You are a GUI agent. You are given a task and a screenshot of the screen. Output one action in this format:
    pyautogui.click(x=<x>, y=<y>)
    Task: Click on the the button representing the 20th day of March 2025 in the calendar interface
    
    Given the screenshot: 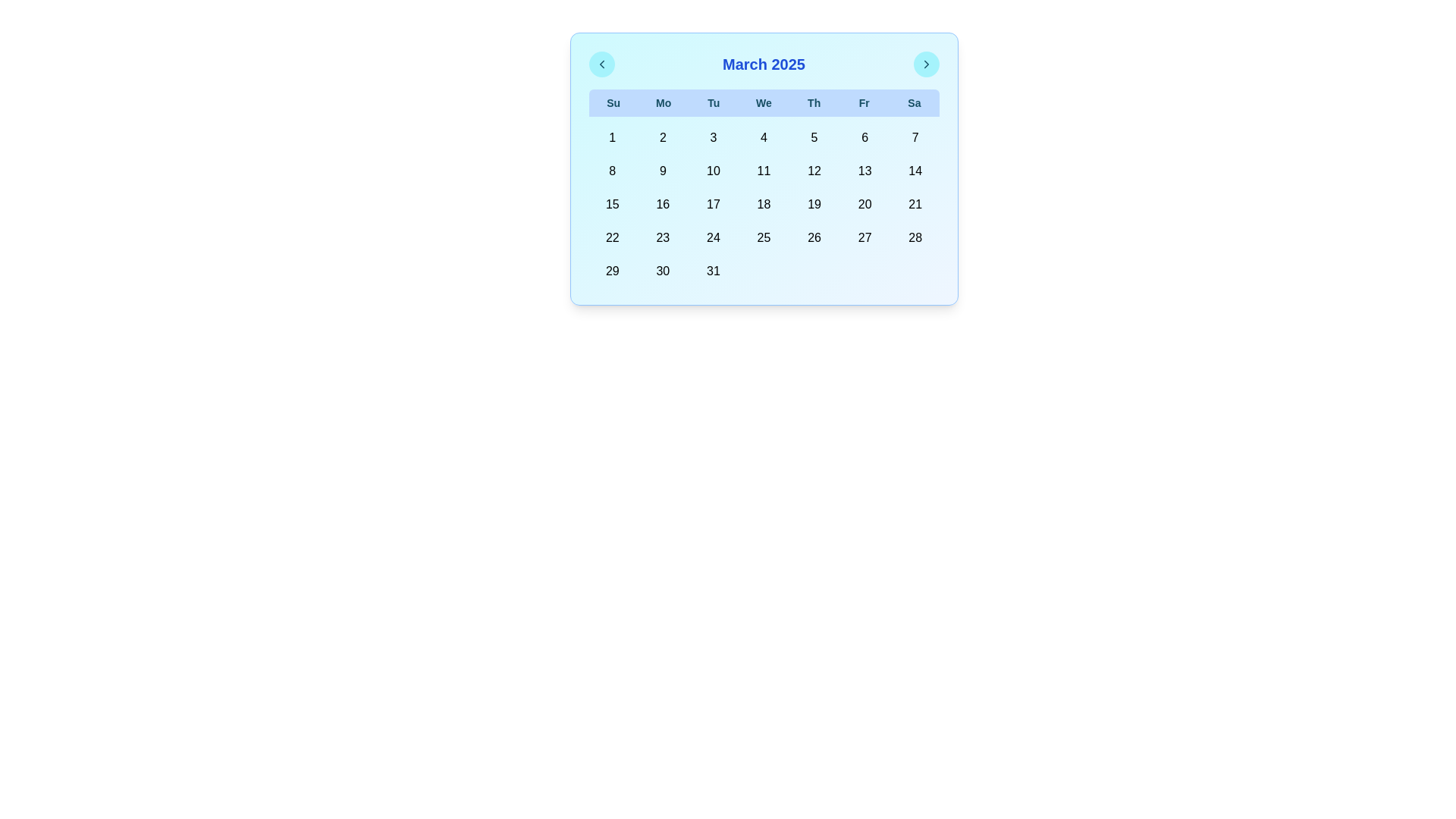 What is the action you would take?
    pyautogui.click(x=864, y=205)
    